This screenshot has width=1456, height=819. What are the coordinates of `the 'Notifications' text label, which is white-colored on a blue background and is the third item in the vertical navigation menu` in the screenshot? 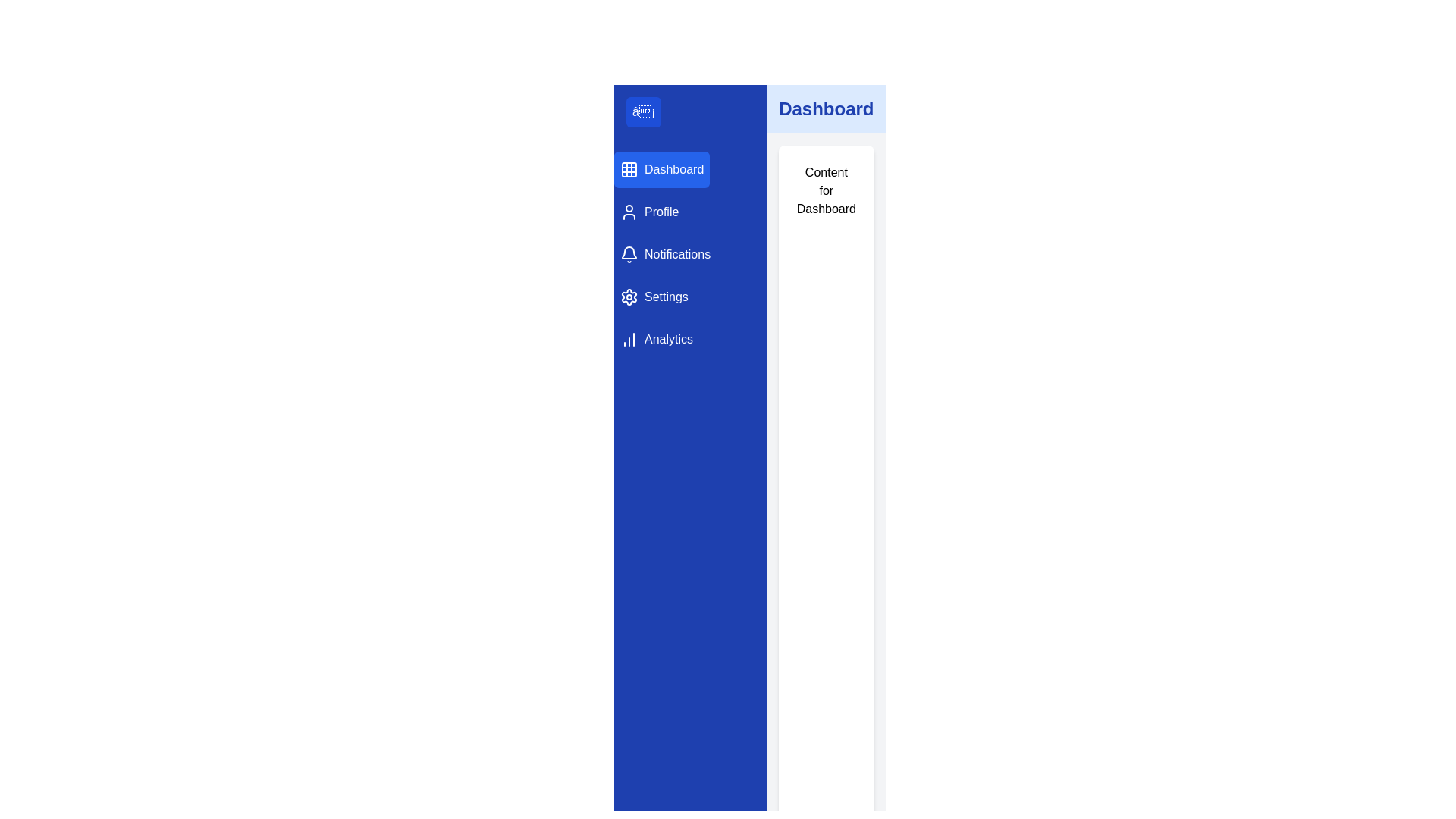 It's located at (676, 253).